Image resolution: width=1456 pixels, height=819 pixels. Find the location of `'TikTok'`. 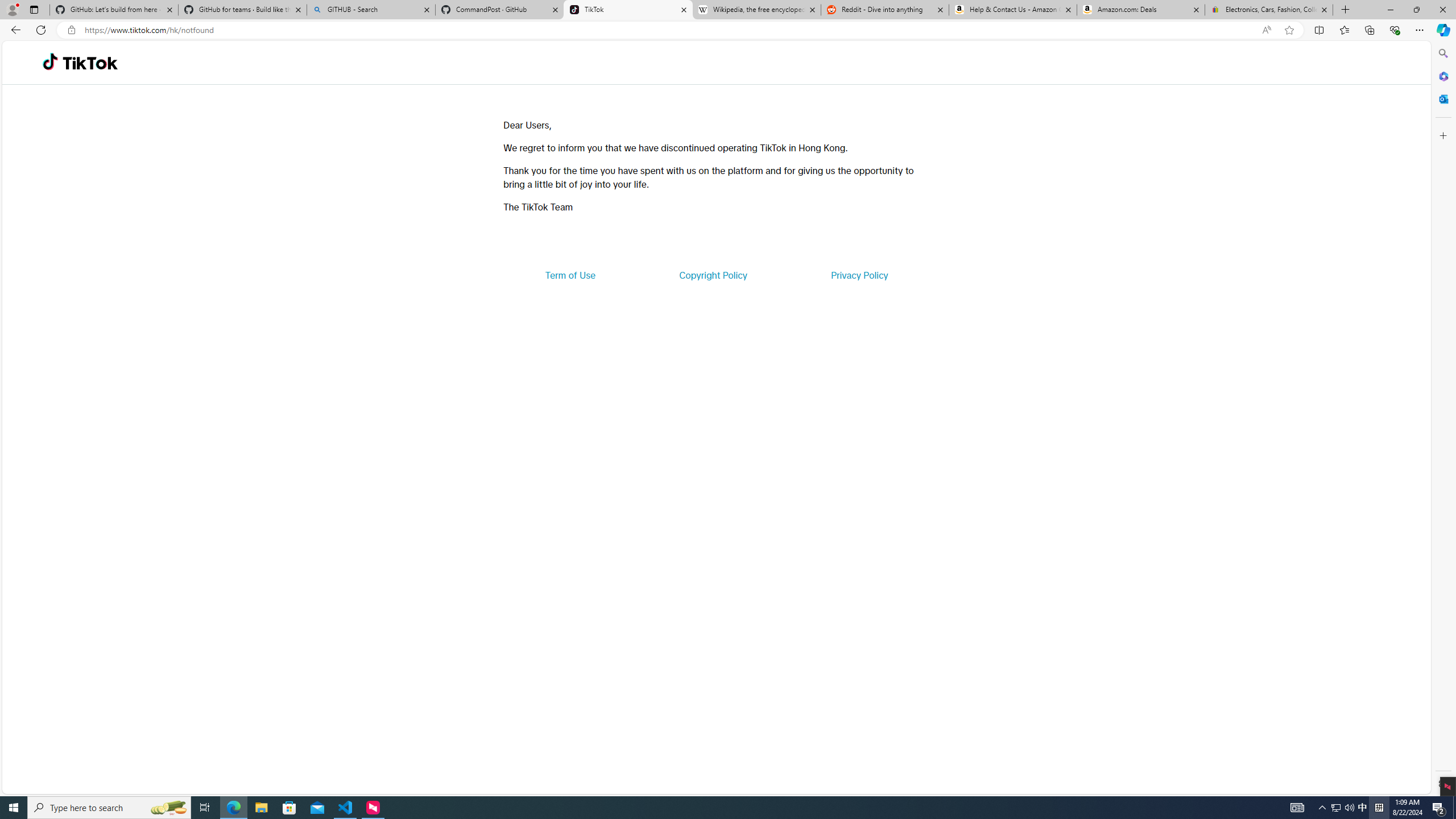

'TikTok' is located at coordinates (90, 63).